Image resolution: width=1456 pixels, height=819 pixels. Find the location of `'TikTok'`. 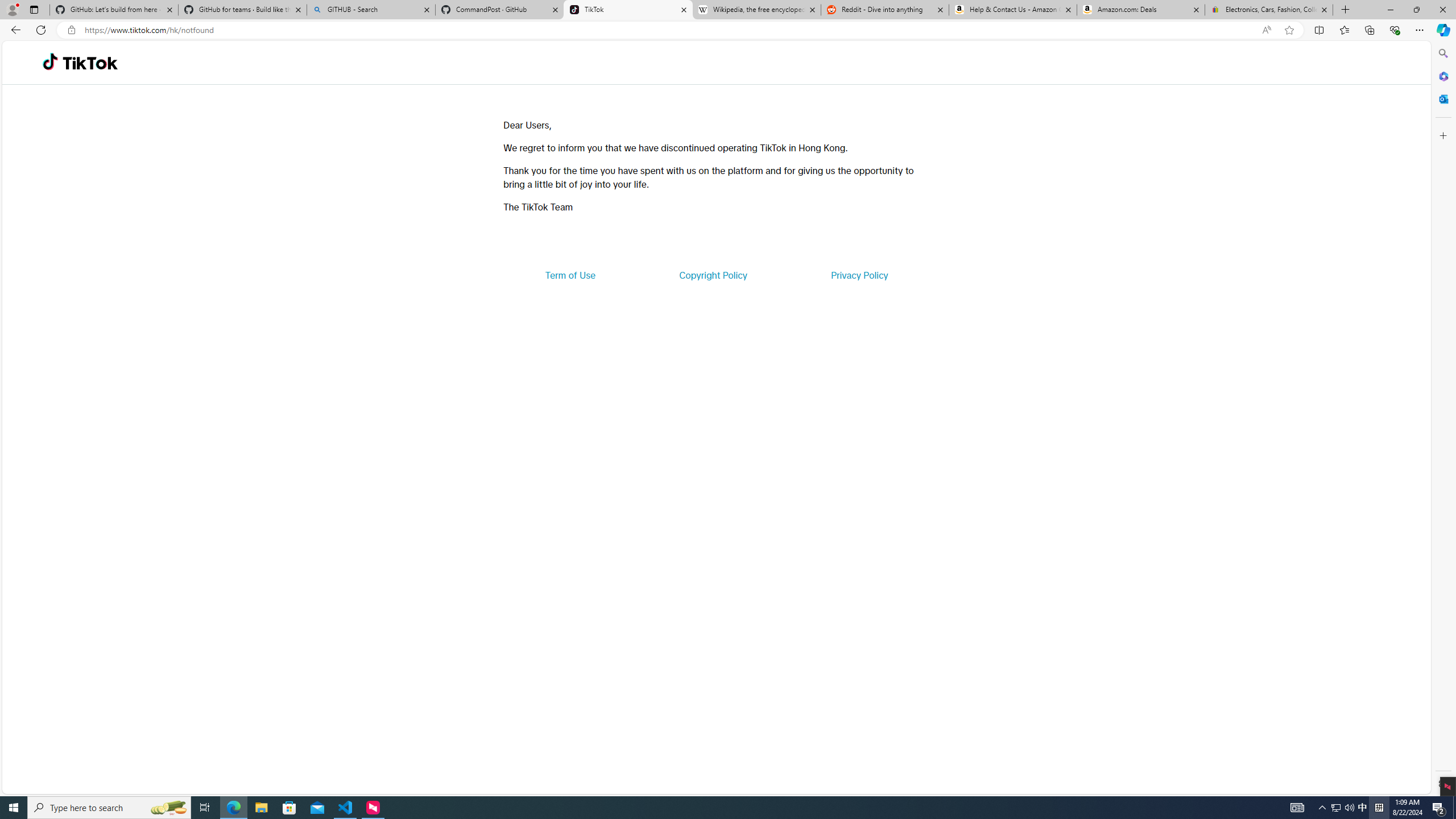

'TikTok' is located at coordinates (90, 63).